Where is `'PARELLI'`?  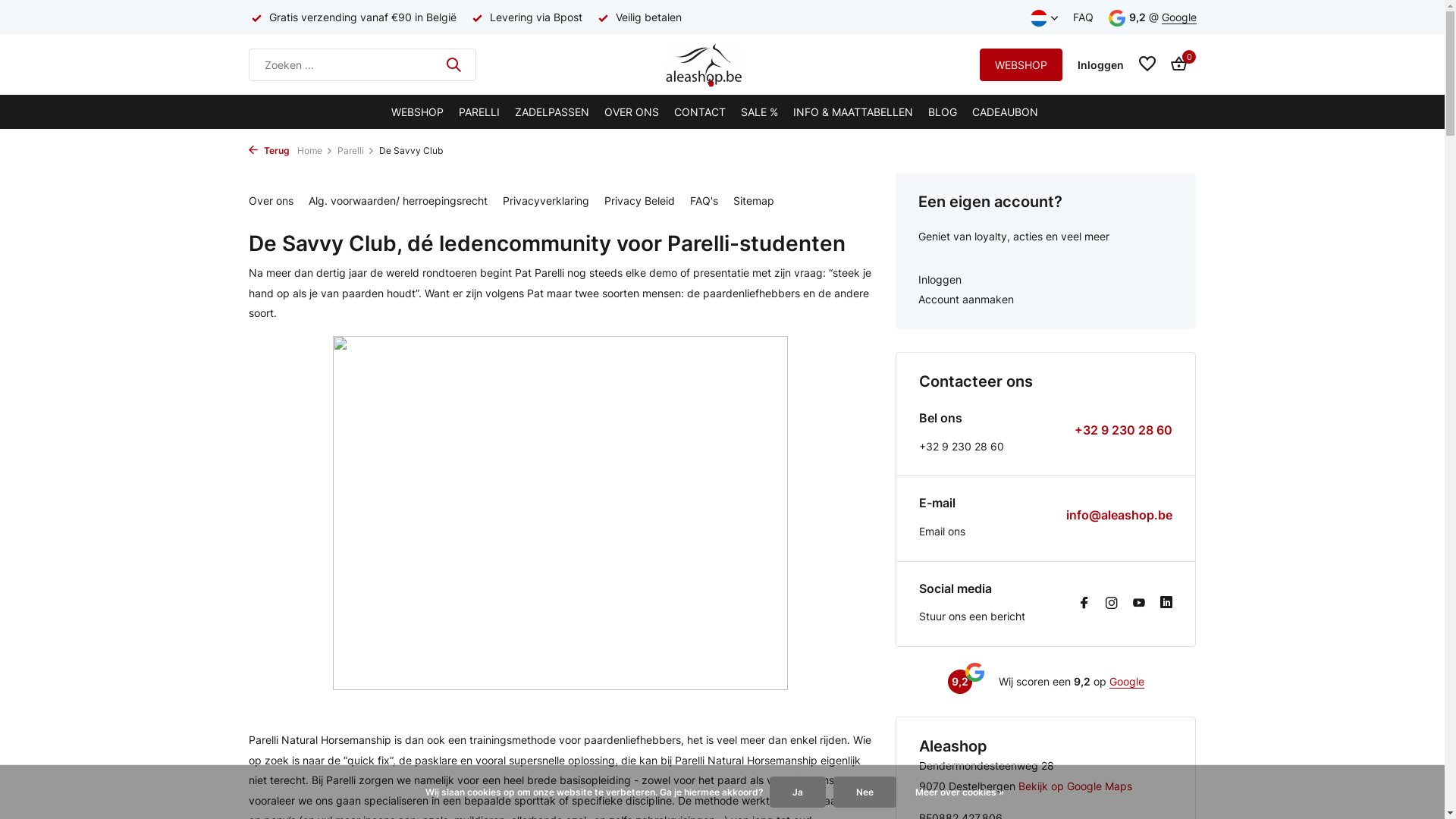 'PARELLI' is located at coordinates (479, 111).